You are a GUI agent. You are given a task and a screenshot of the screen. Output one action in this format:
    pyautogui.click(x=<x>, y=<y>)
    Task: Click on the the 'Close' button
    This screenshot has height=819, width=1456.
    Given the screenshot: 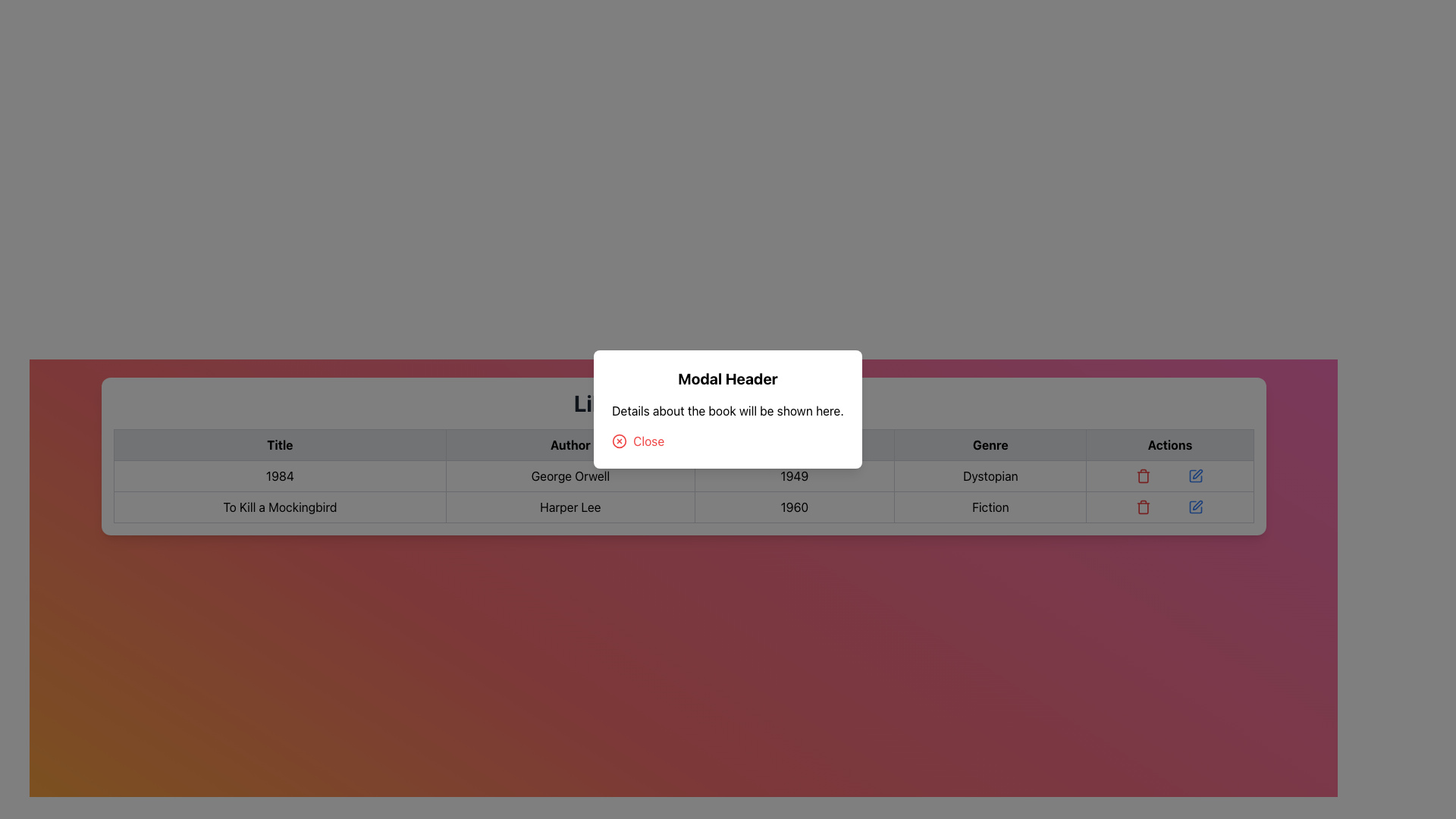 What is the action you would take?
    pyautogui.click(x=638, y=441)
    